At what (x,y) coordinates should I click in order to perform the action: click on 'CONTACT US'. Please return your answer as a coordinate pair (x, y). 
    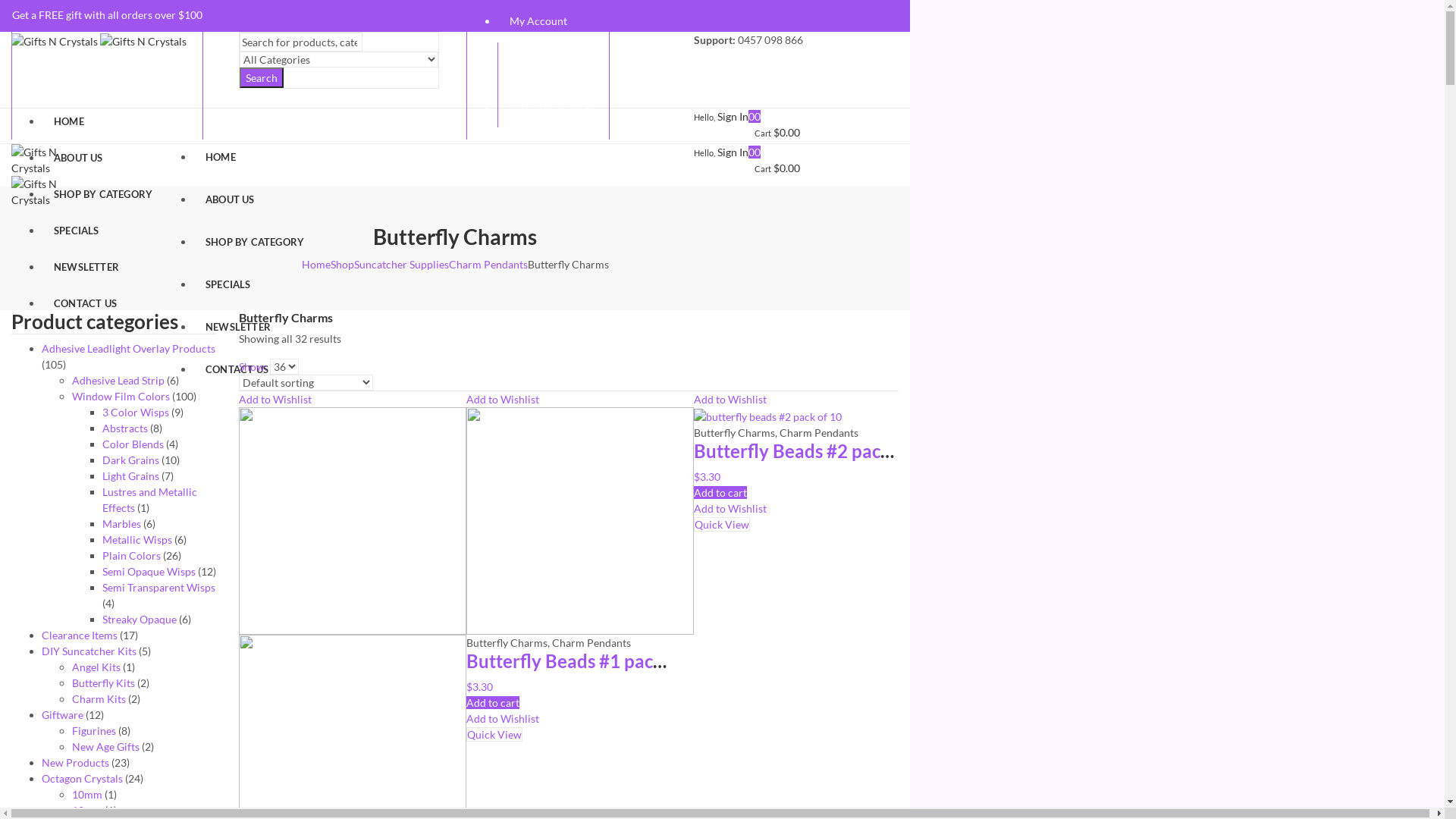
    Looking at the image, I should click on (102, 308).